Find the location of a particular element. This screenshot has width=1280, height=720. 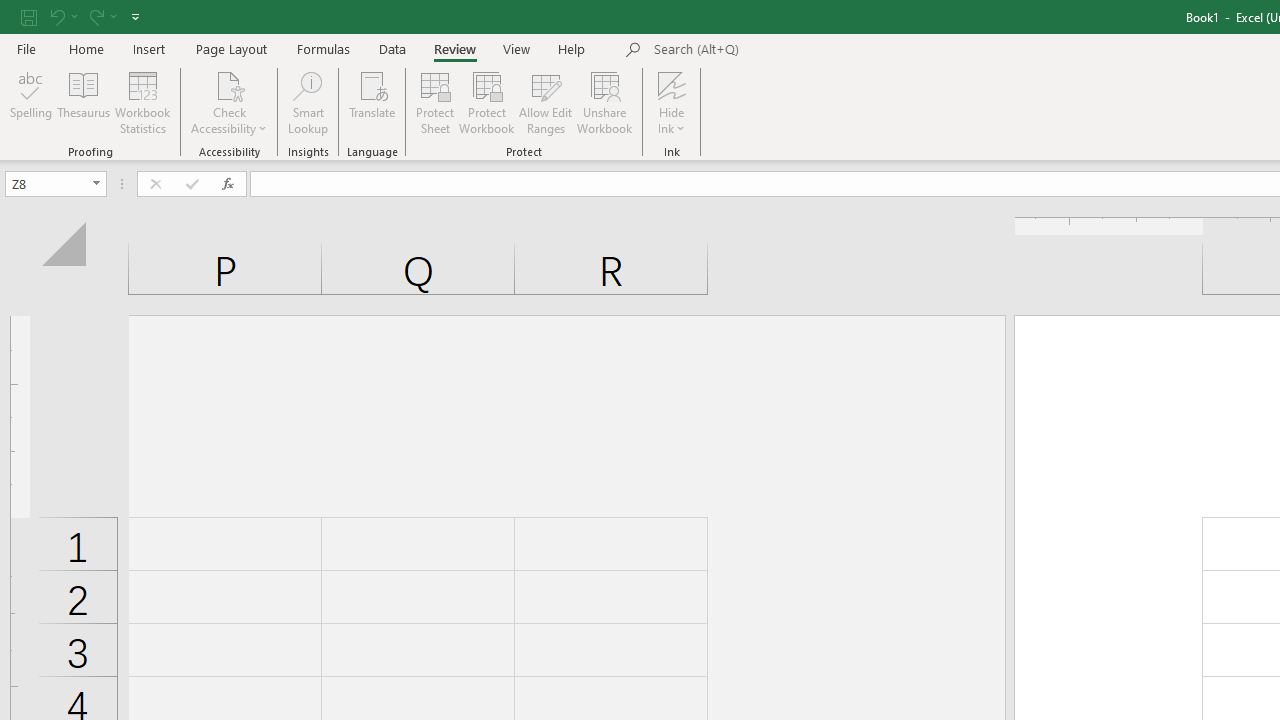

'Hide Ink' is located at coordinates (672, 84).